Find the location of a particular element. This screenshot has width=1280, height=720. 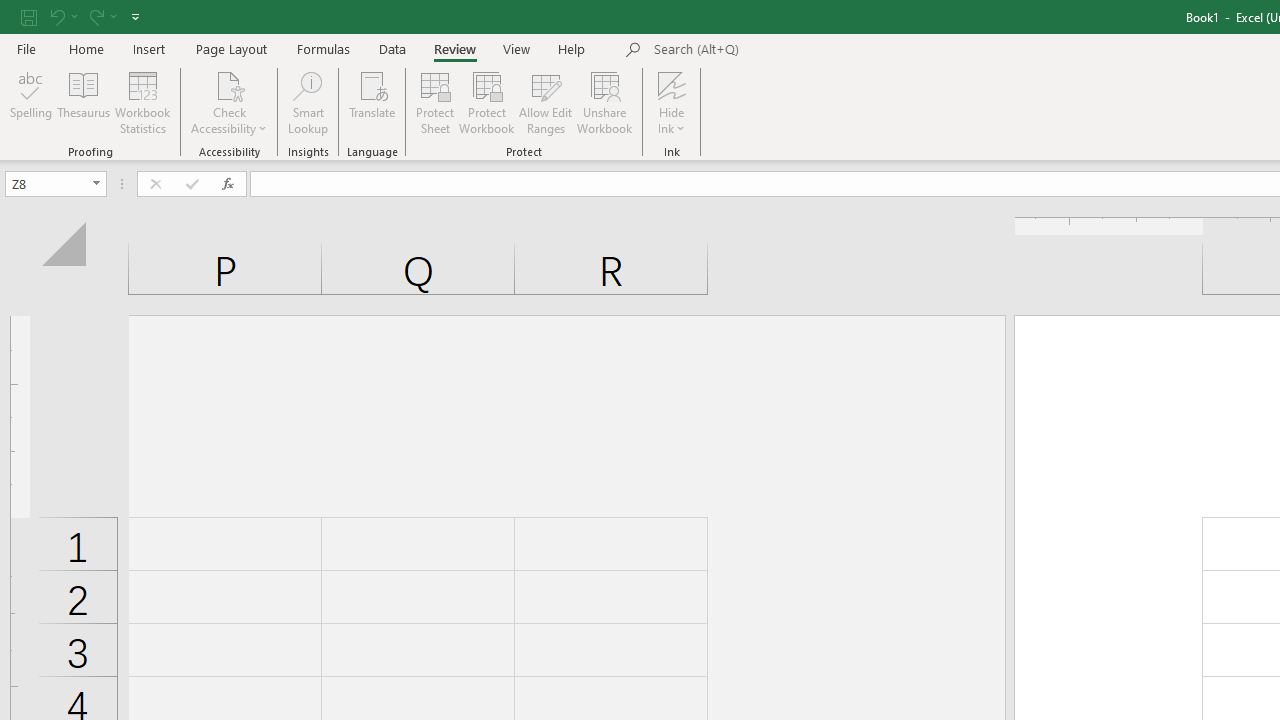

'Hide Ink' is located at coordinates (672, 84).